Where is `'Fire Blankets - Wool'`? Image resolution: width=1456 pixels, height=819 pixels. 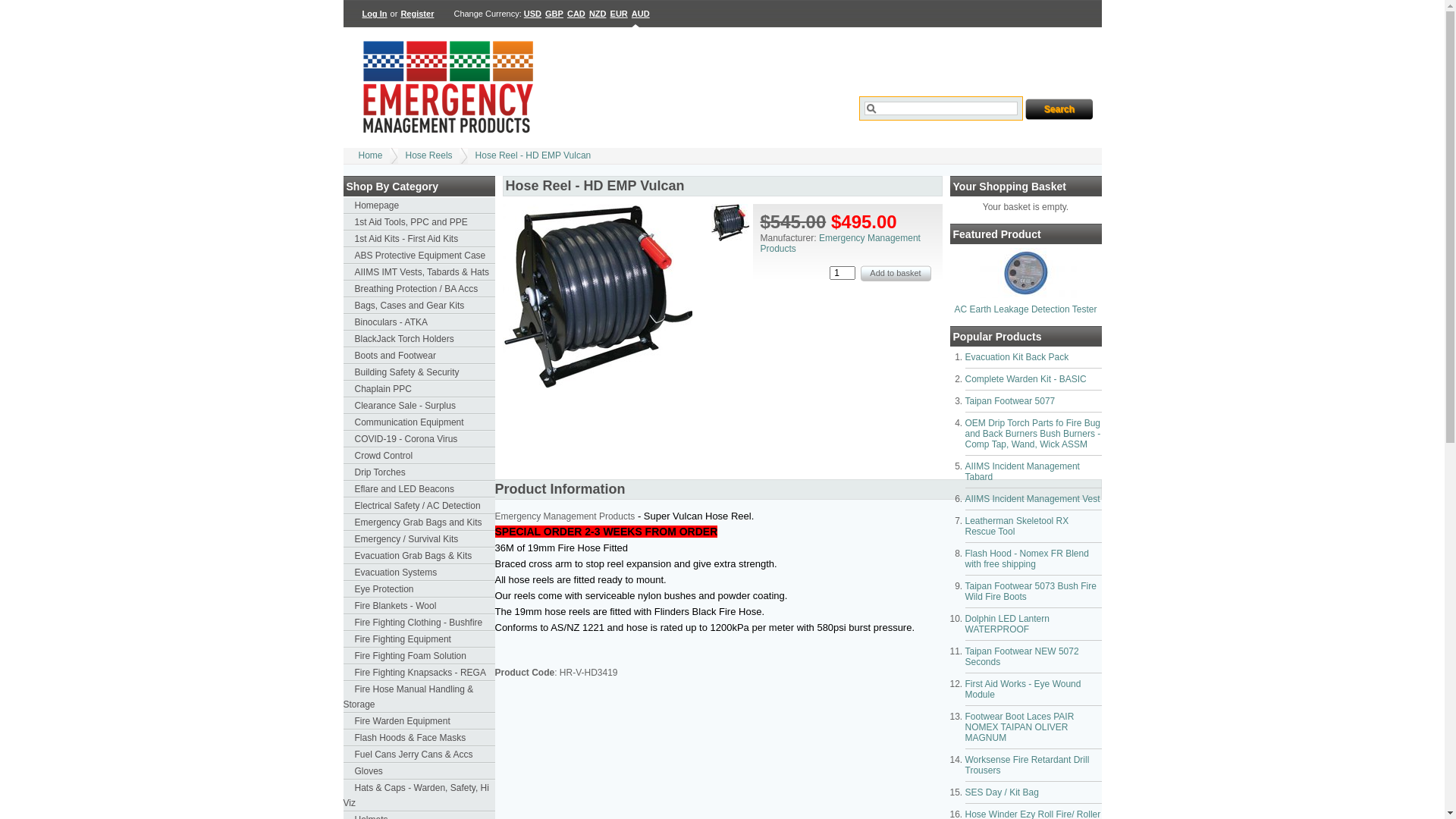
'Fire Blankets - Wool' is located at coordinates (419, 604).